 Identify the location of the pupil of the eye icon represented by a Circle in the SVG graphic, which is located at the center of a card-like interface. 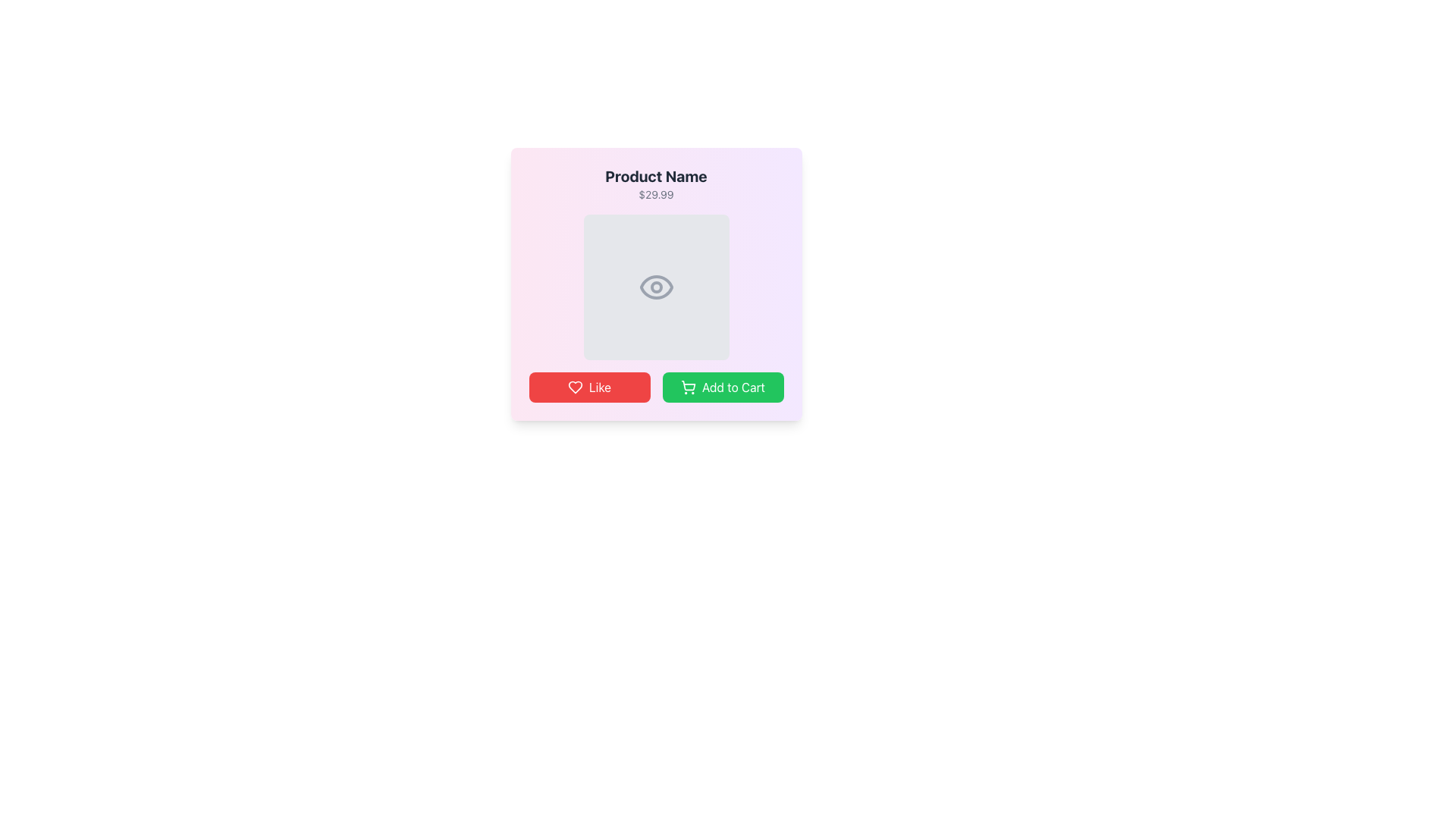
(656, 287).